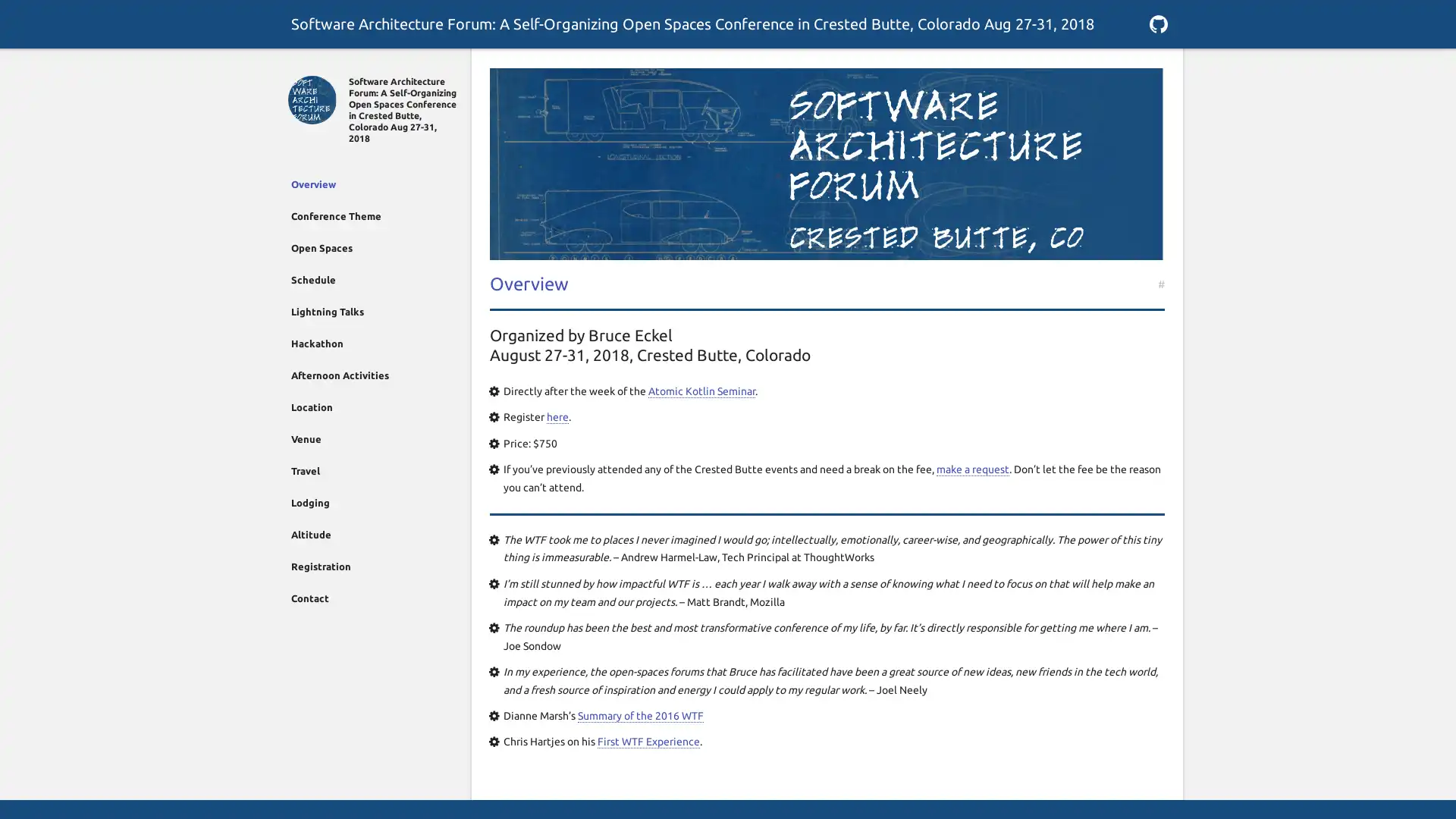  I want to click on Close, so click(297, 66).